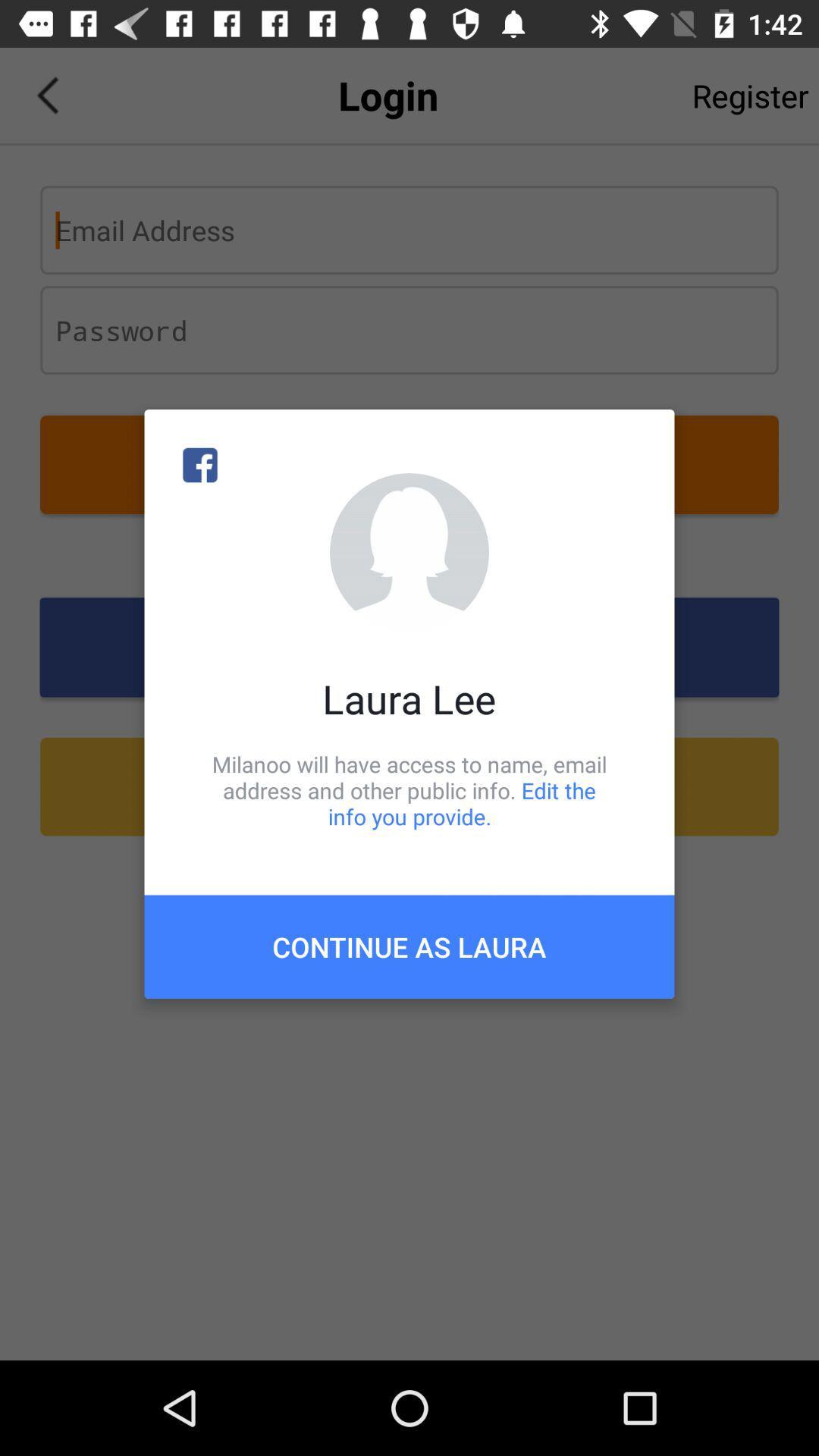 Image resolution: width=819 pixels, height=1456 pixels. Describe the element at coordinates (409, 789) in the screenshot. I see `icon above the continue as laura icon` at that location.